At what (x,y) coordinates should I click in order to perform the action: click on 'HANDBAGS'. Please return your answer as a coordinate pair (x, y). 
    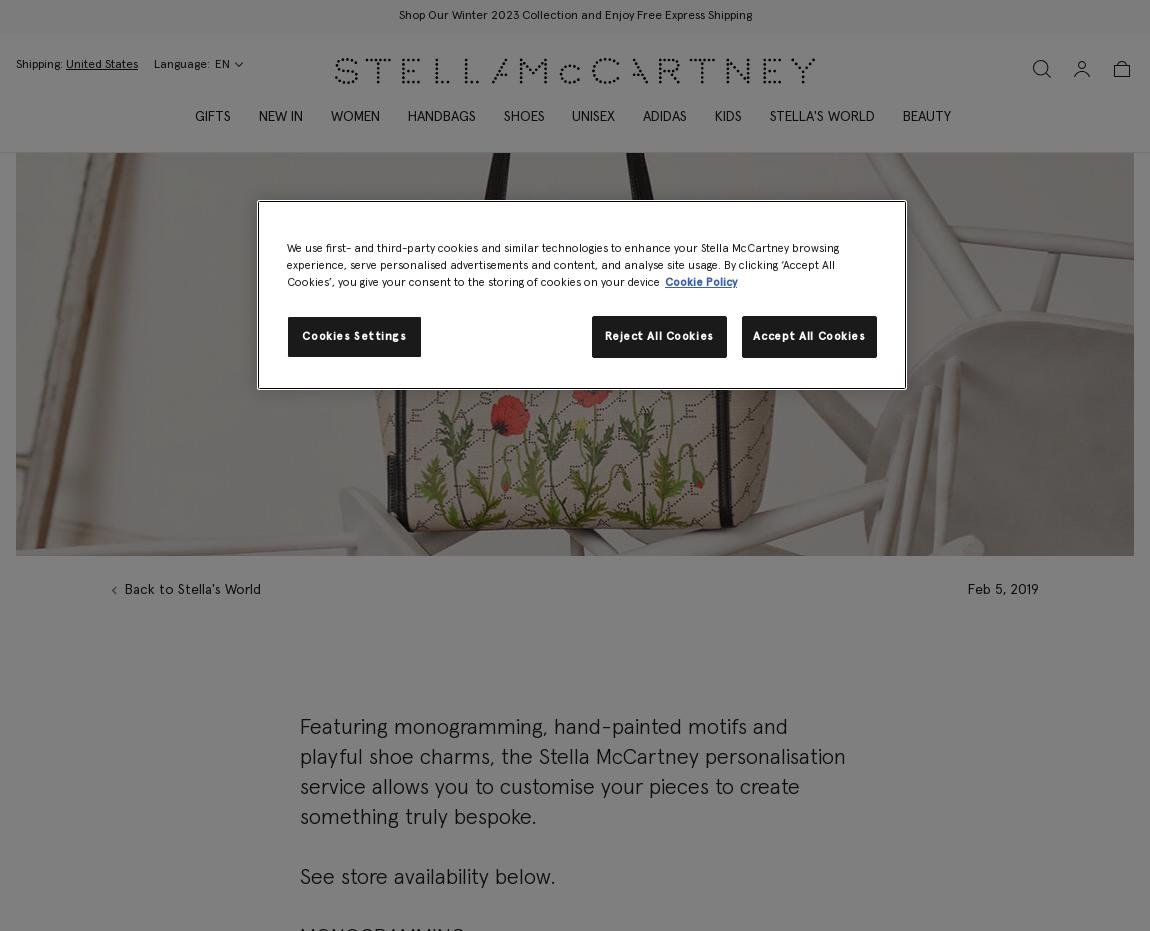
    Looking at the image, I should click on (441, 117).